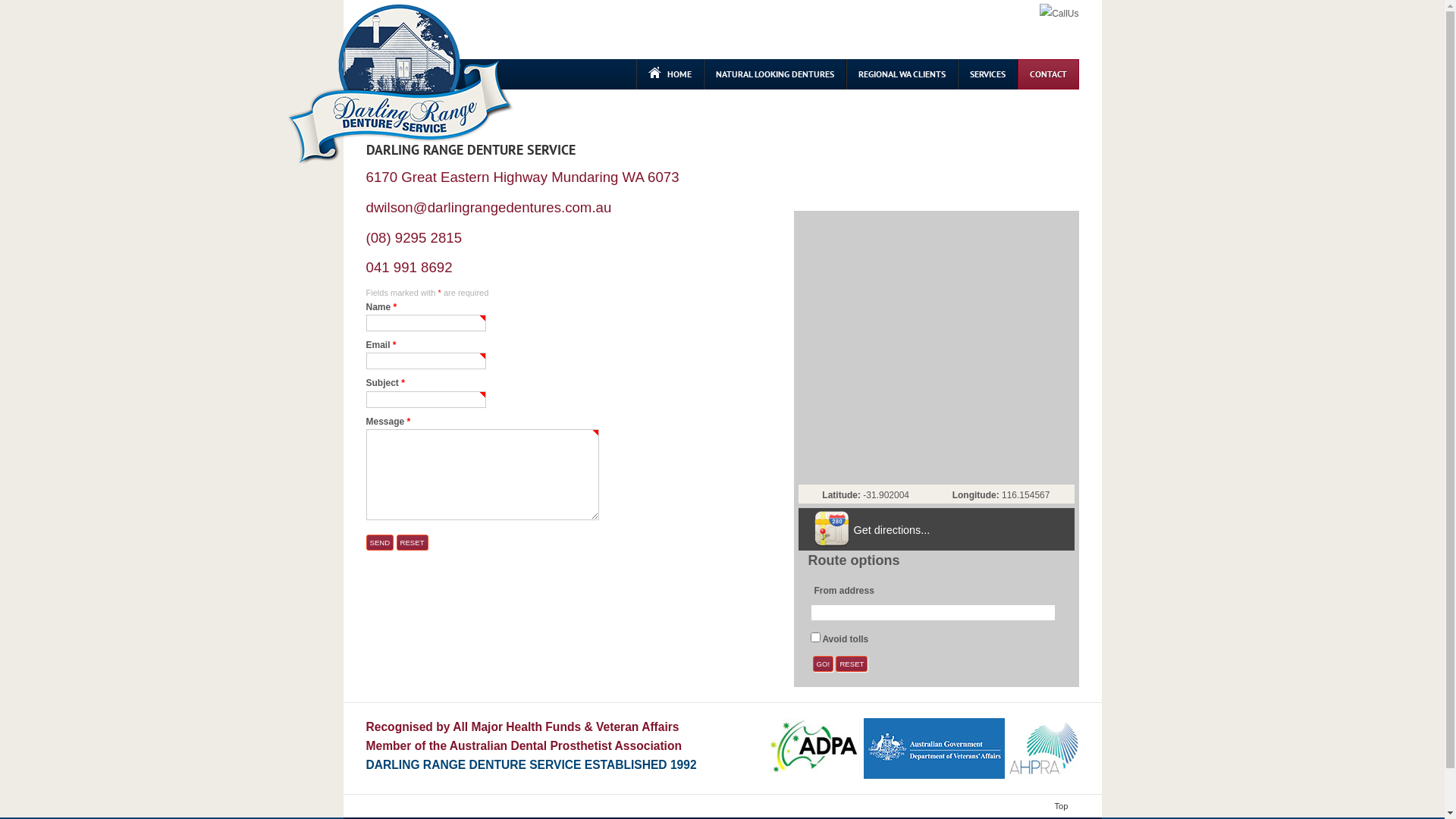 This screenshot has width=1456, height=819. I want to click on 'Subject', so click(365, 399).